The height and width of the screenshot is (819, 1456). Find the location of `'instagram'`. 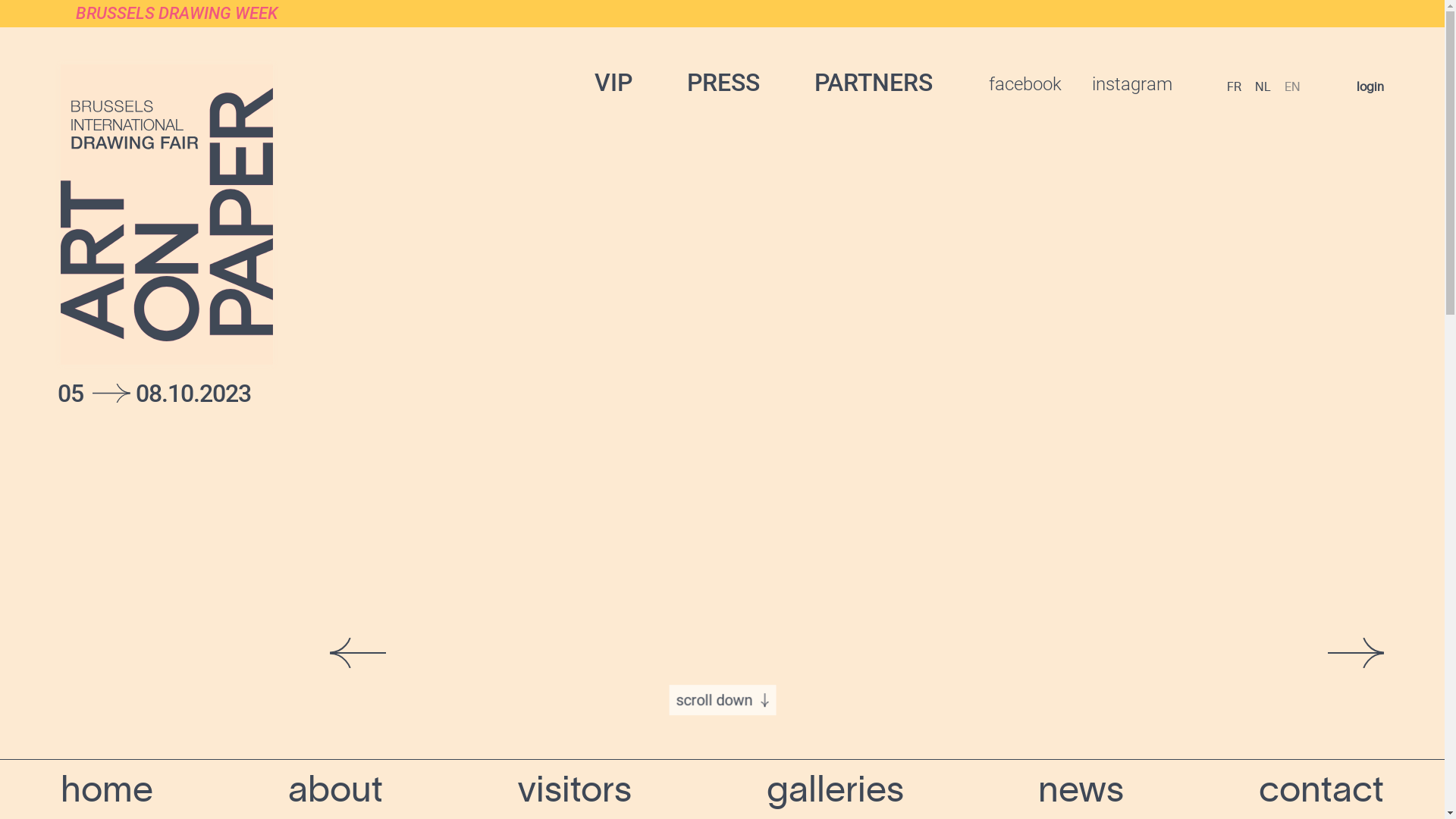

'instagram' is located at coordinates (1131, 84).